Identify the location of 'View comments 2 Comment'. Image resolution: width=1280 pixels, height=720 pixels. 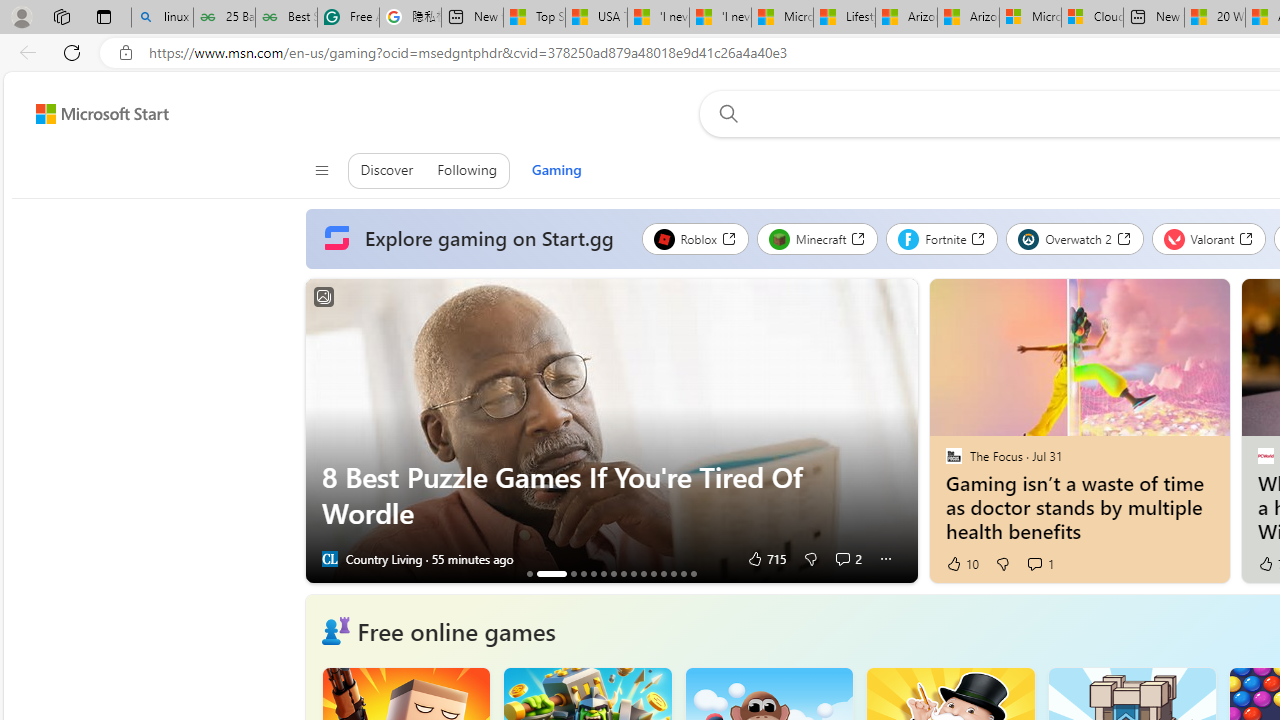
(848, 559).